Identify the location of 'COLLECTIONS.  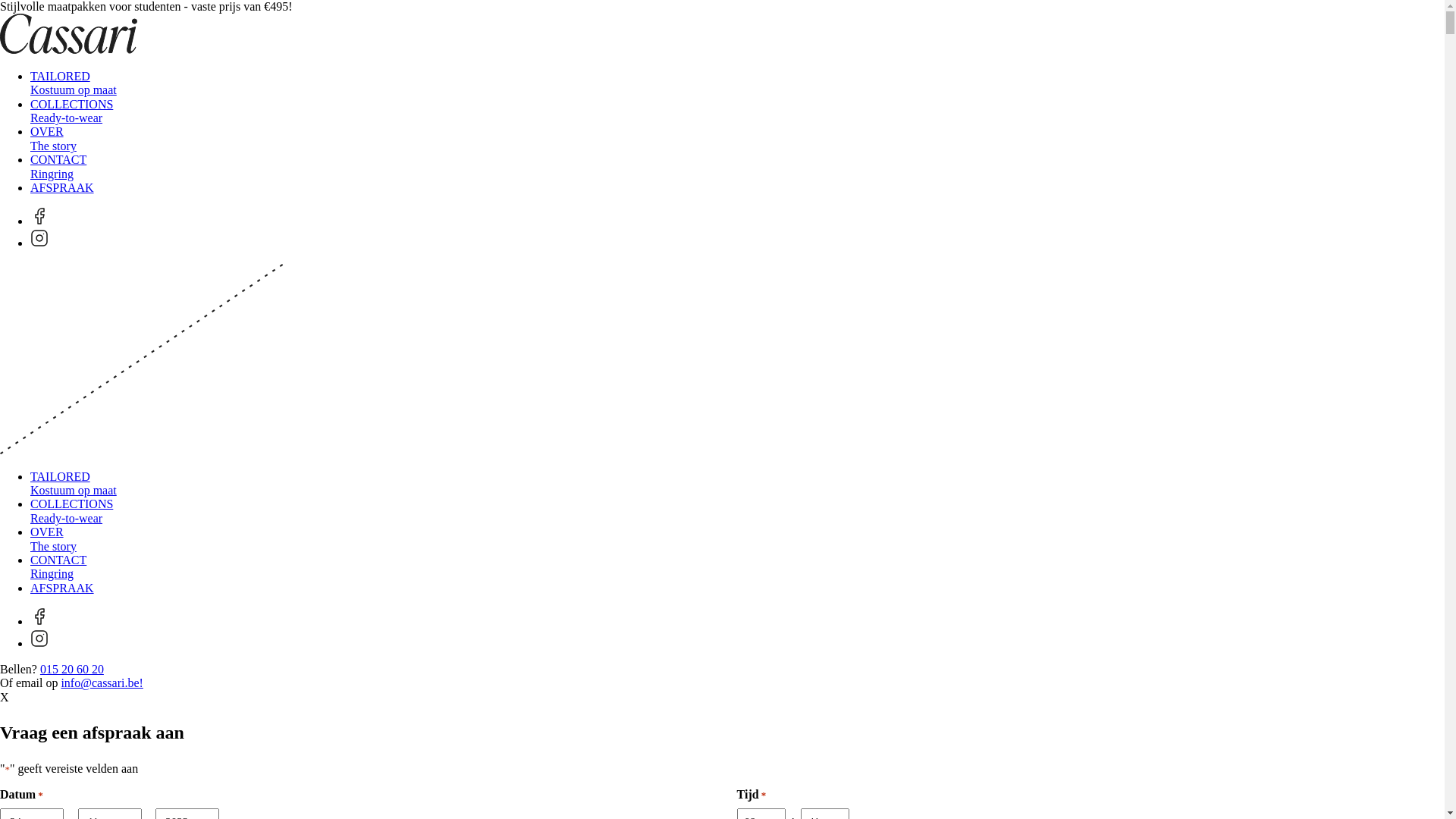
(71, 110).